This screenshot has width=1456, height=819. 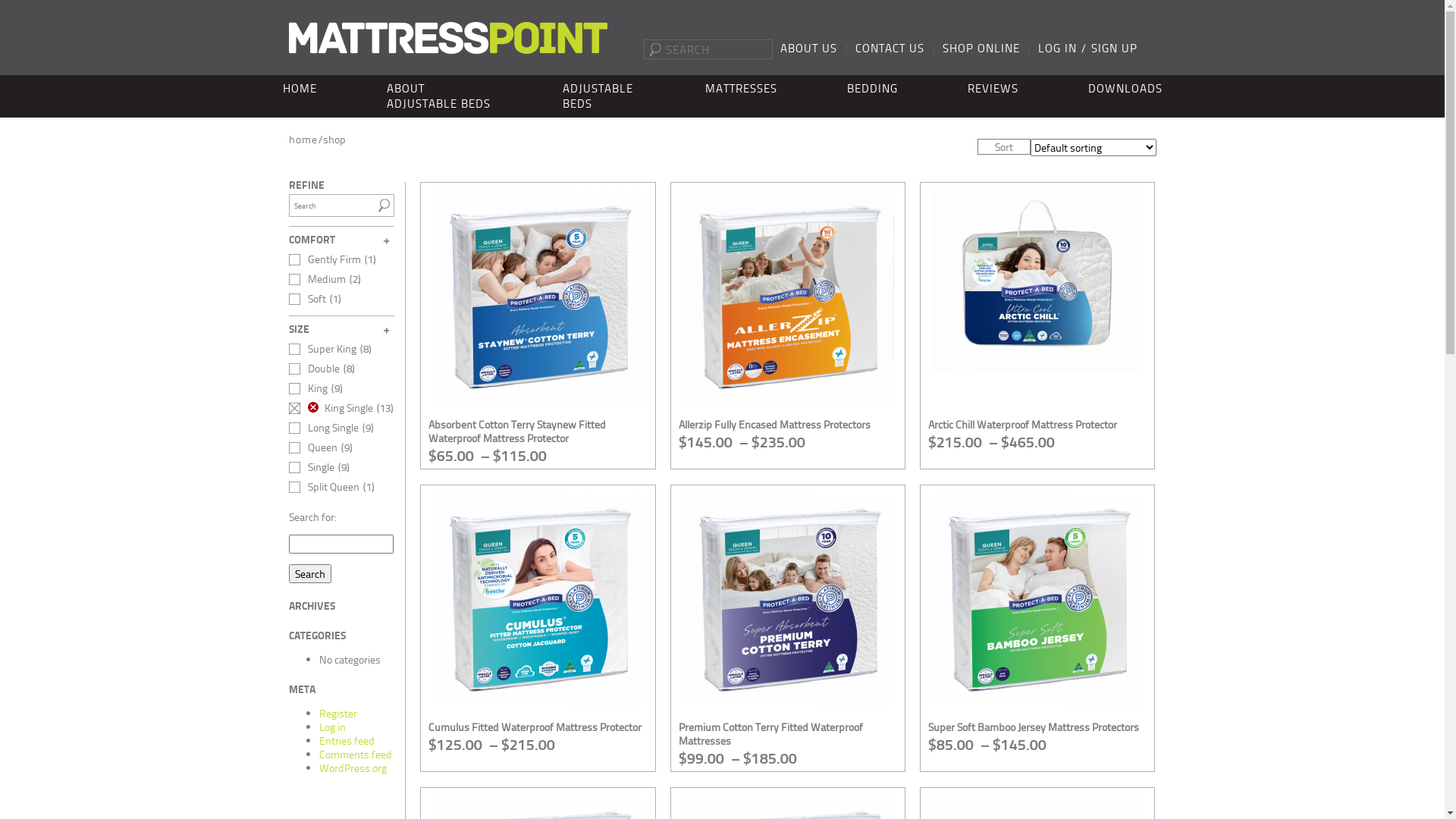 What do you see at coordinates (287, 369) in the screenshot?
I see `'Double'` at bounding box center [287, 369].